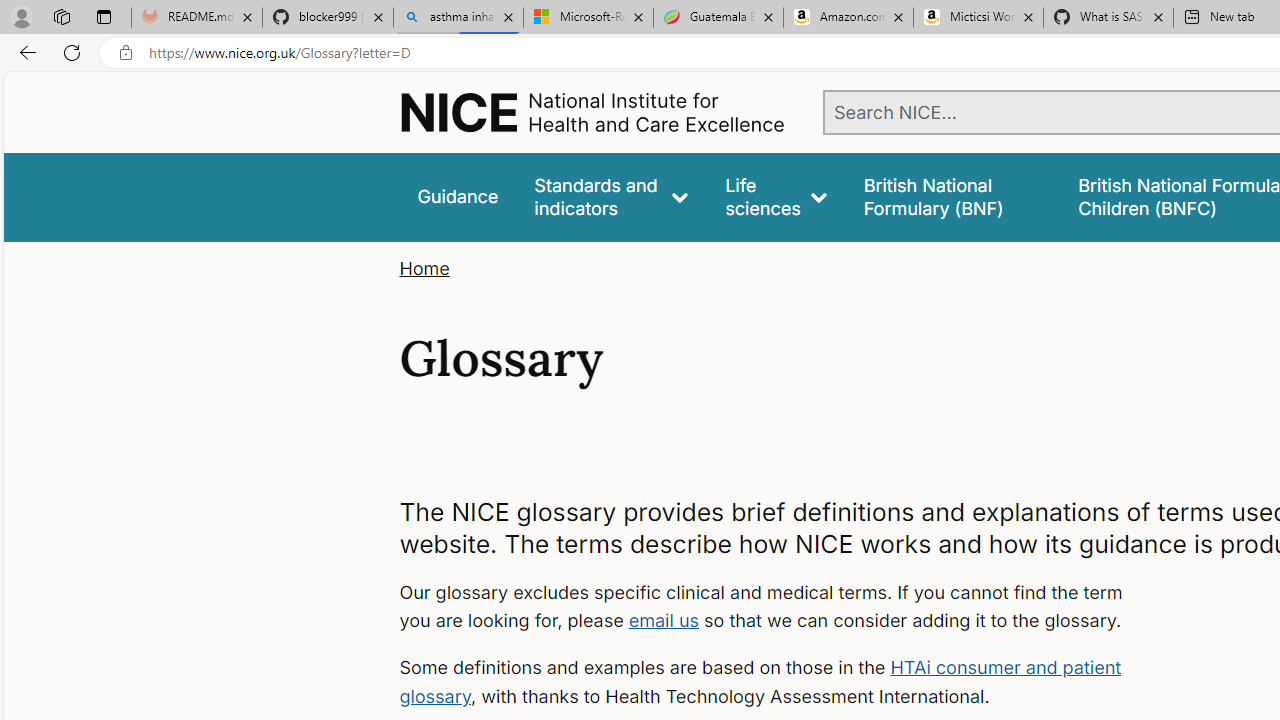 This screenshot has width=1280, height=720. I want to click on 'false', so click(951, 197).